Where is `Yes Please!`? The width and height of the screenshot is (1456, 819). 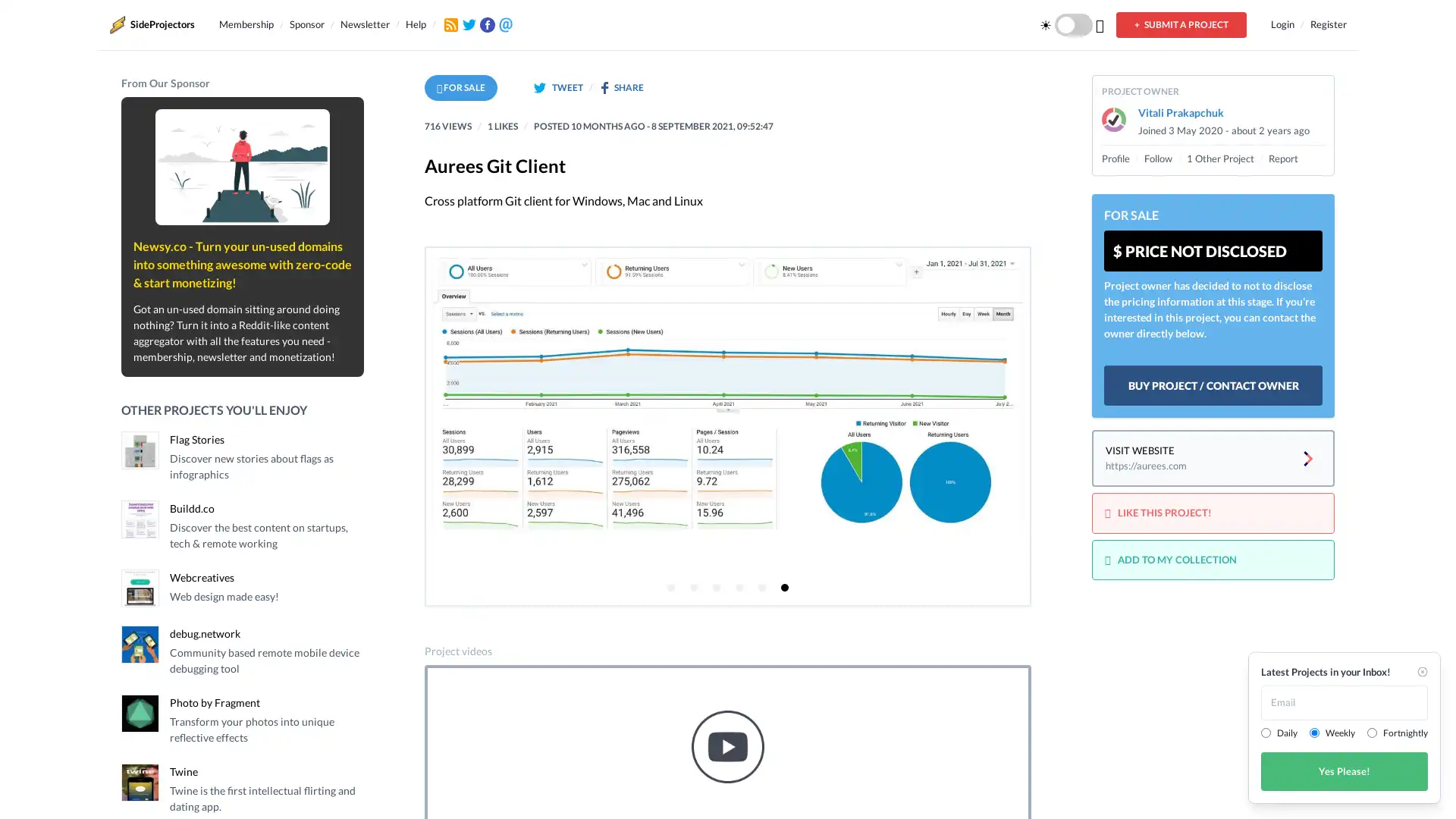
Yes Please! is located at coordinates (1344, 771).